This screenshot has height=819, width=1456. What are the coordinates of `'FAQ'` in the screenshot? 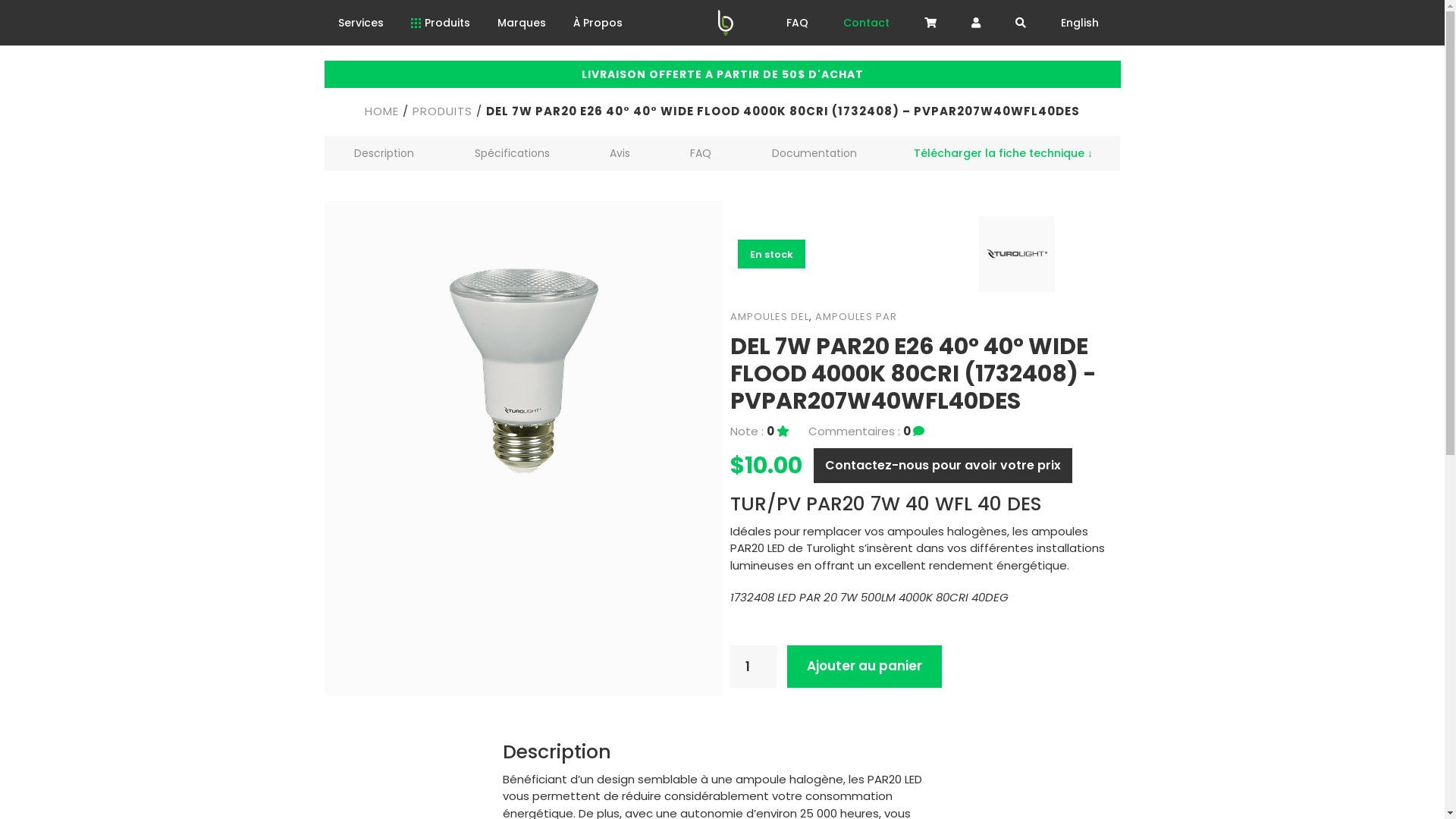 It's located at (700, 152).